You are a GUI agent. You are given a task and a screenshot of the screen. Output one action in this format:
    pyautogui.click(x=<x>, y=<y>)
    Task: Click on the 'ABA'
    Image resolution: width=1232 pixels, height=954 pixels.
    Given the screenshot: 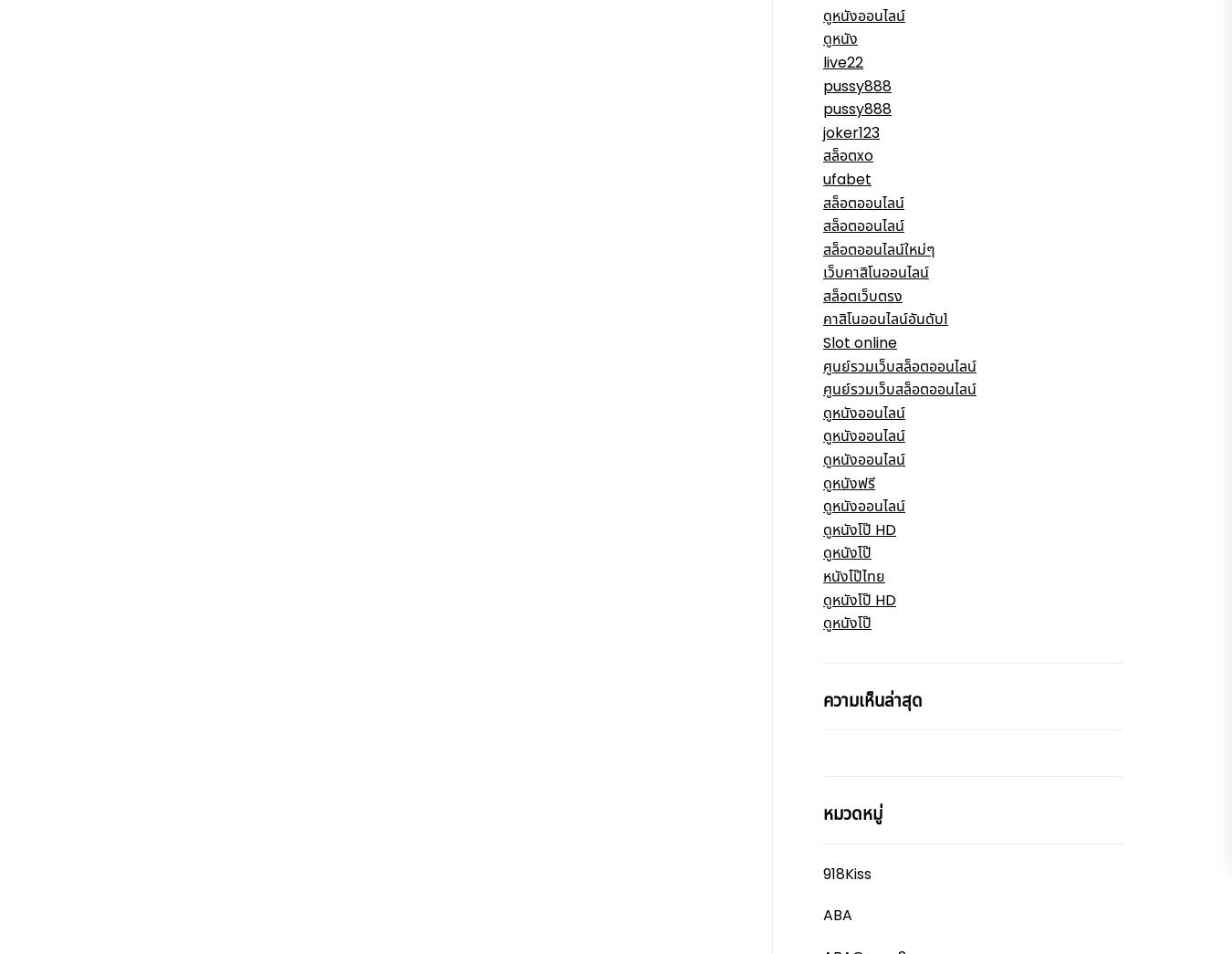 What is the action you would take?
    pyautogui.click(x=837, y=915)
    